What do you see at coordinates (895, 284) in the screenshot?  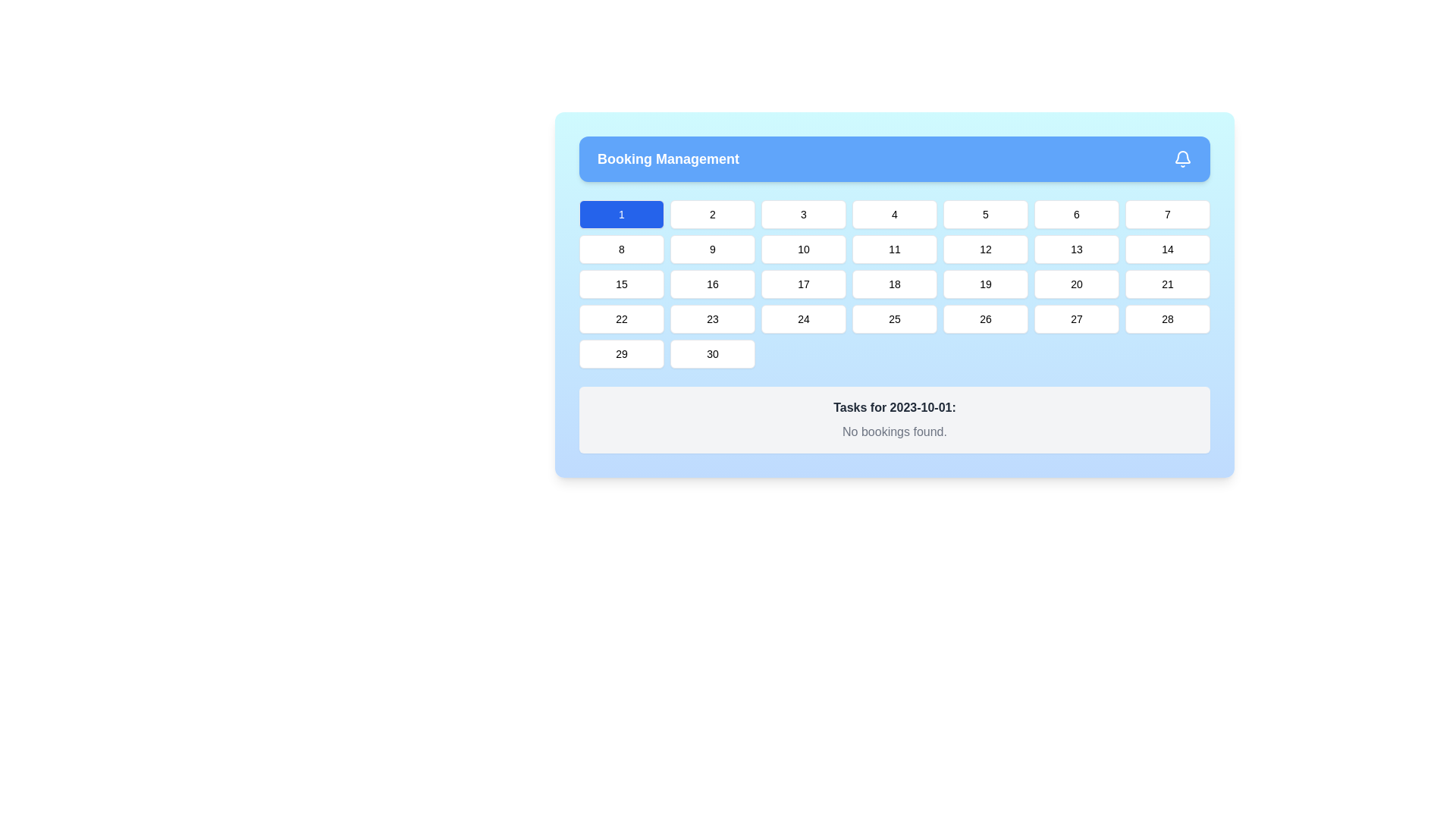 I see `the button numbered '18' in the grid layout under 'Booking Management'` at bounding box center [895, 284].